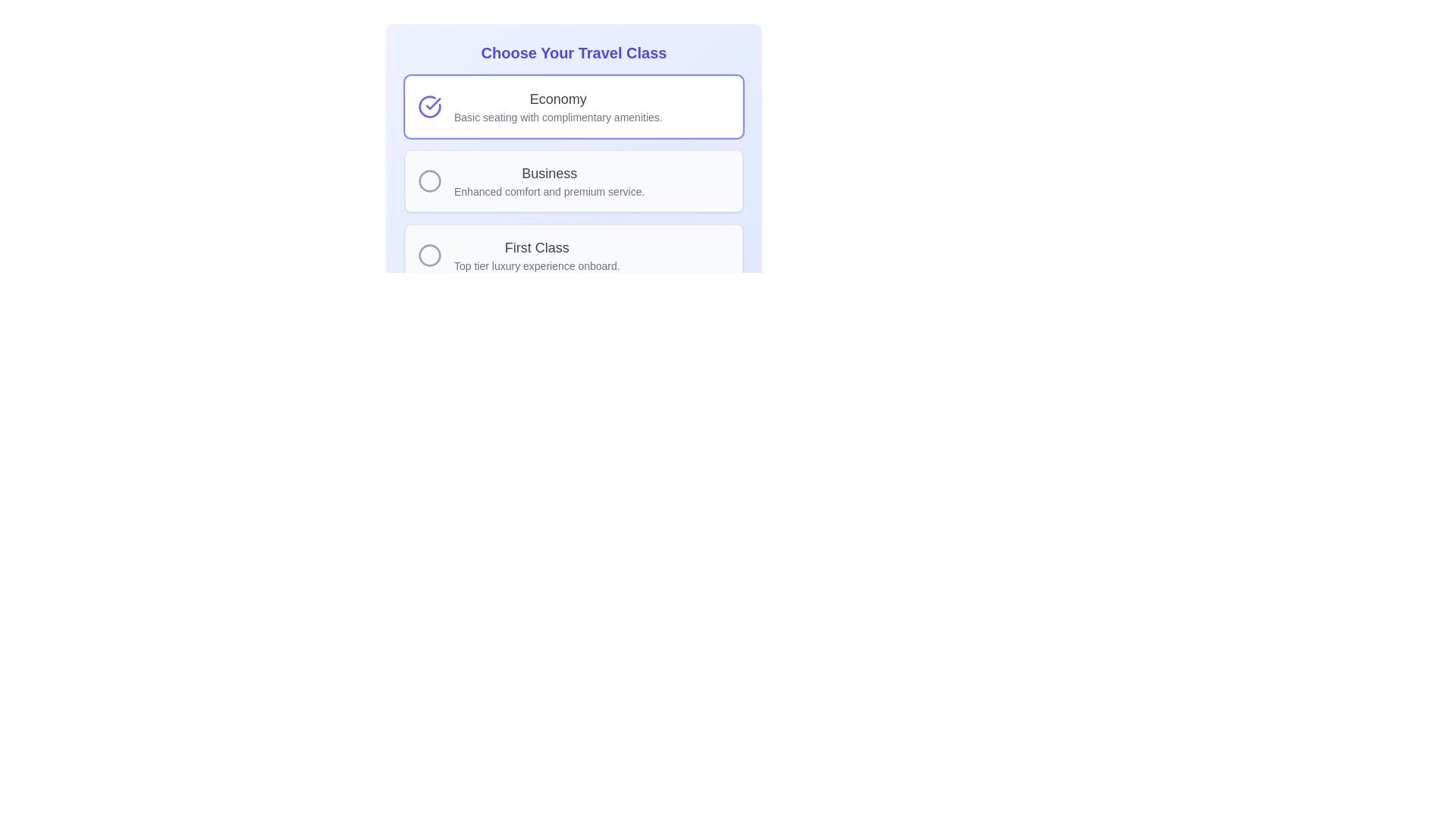 This screenshot has height=819, width=1456. Describe the element at coordinates (573, 254) in the screenshot. I see `the 'First Class' card, which is the third card in a vertical list of travel options` at that location.